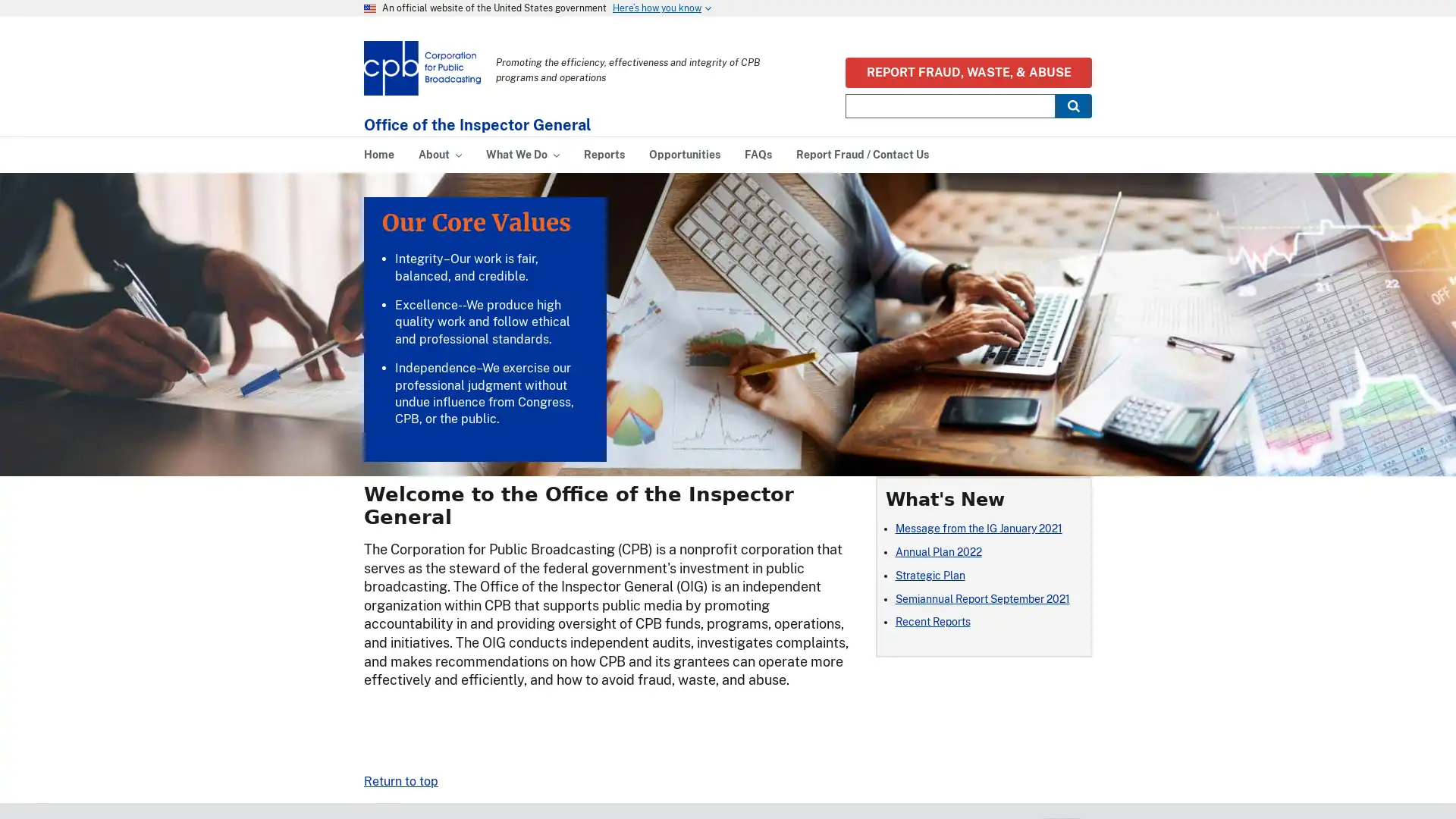 This screenshot has width=1456, height=819. Describe the element at coordinates (1073, 104) in the screenshot. I see `Submit Search` at that location.